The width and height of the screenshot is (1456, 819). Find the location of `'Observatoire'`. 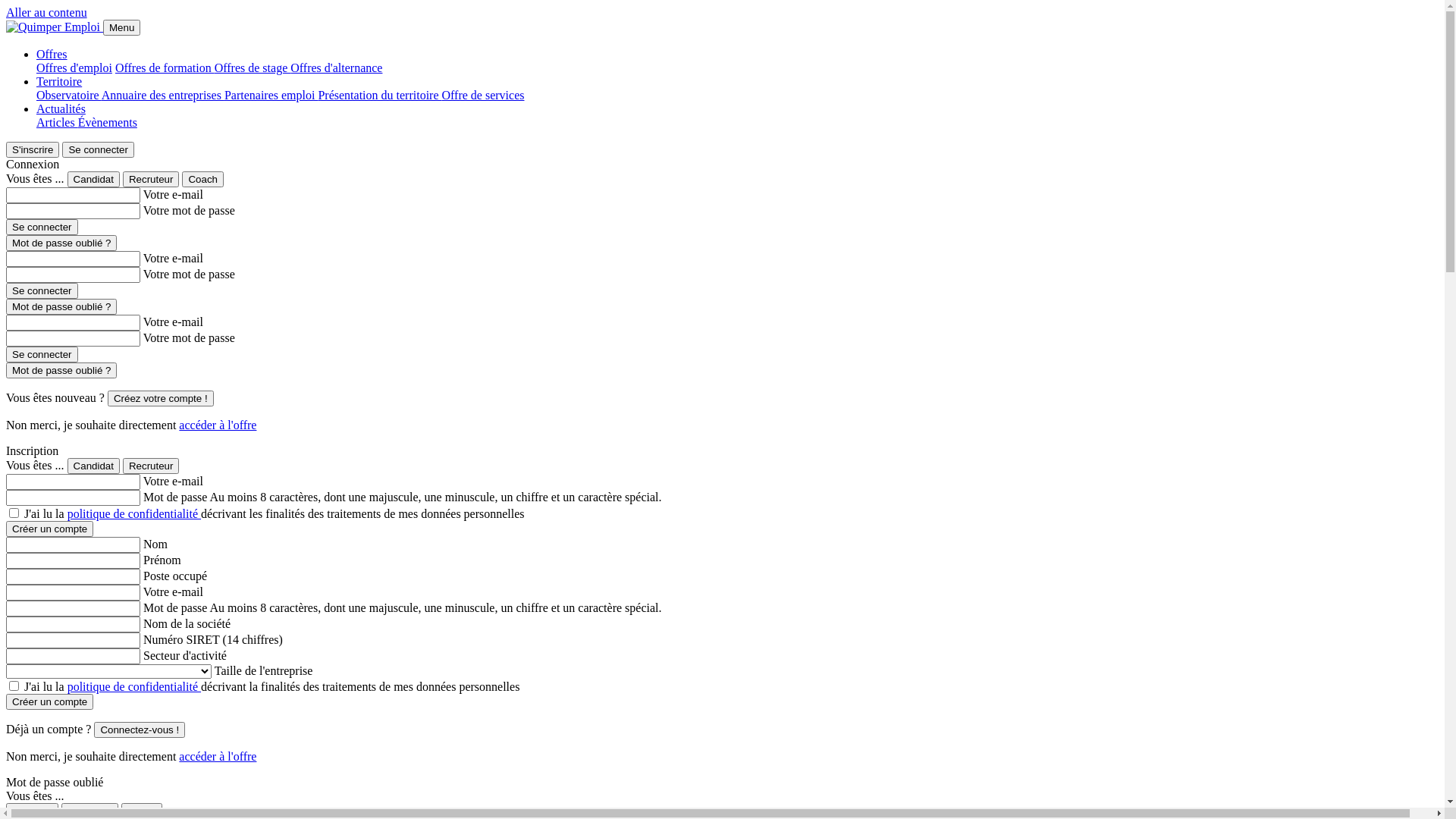

'Observatoire' is located at coordinates (68, 95).